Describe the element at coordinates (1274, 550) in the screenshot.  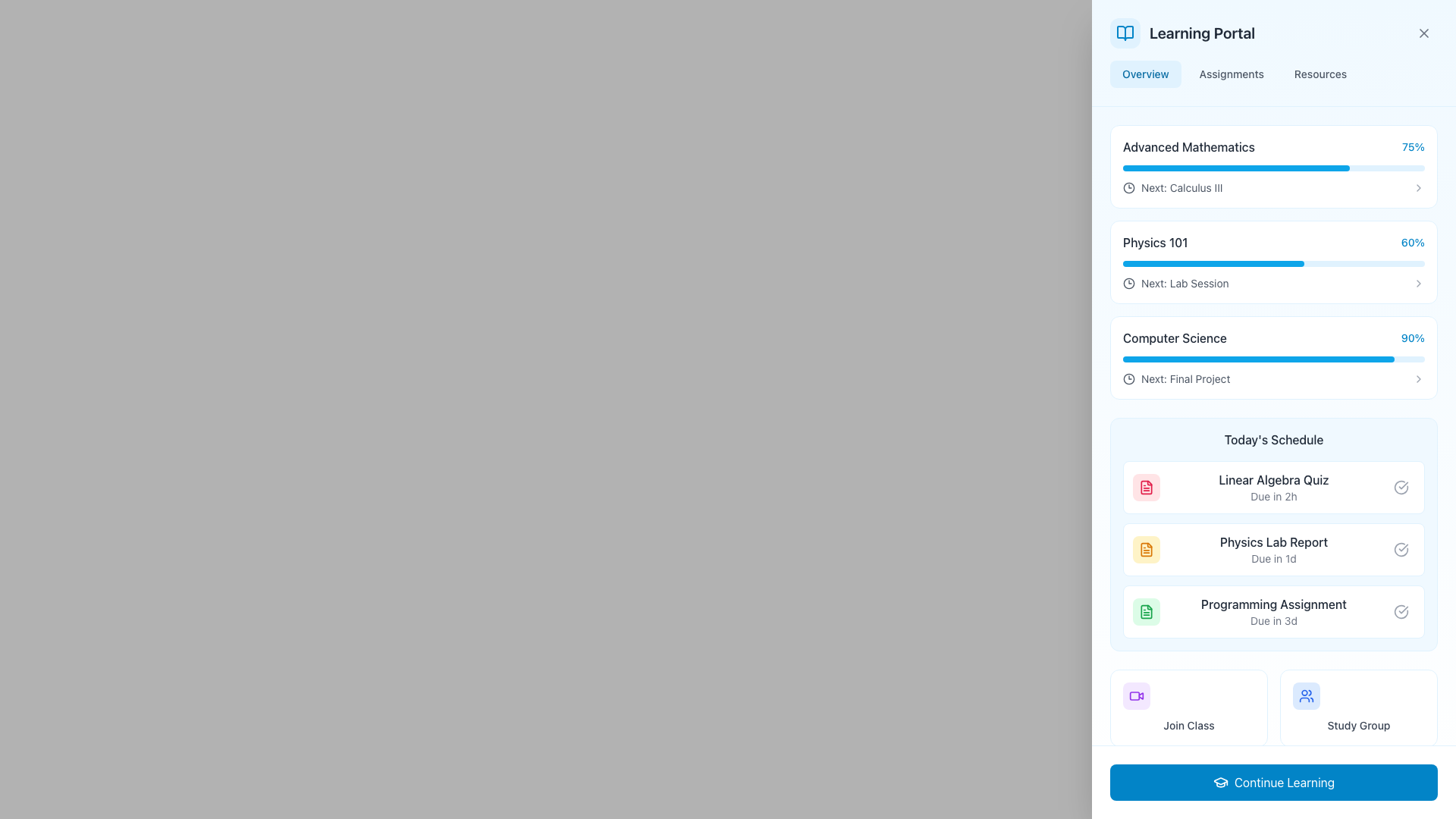
I see `the 'Physics Lab Report' card in 'Today's Schedule'` at that location.